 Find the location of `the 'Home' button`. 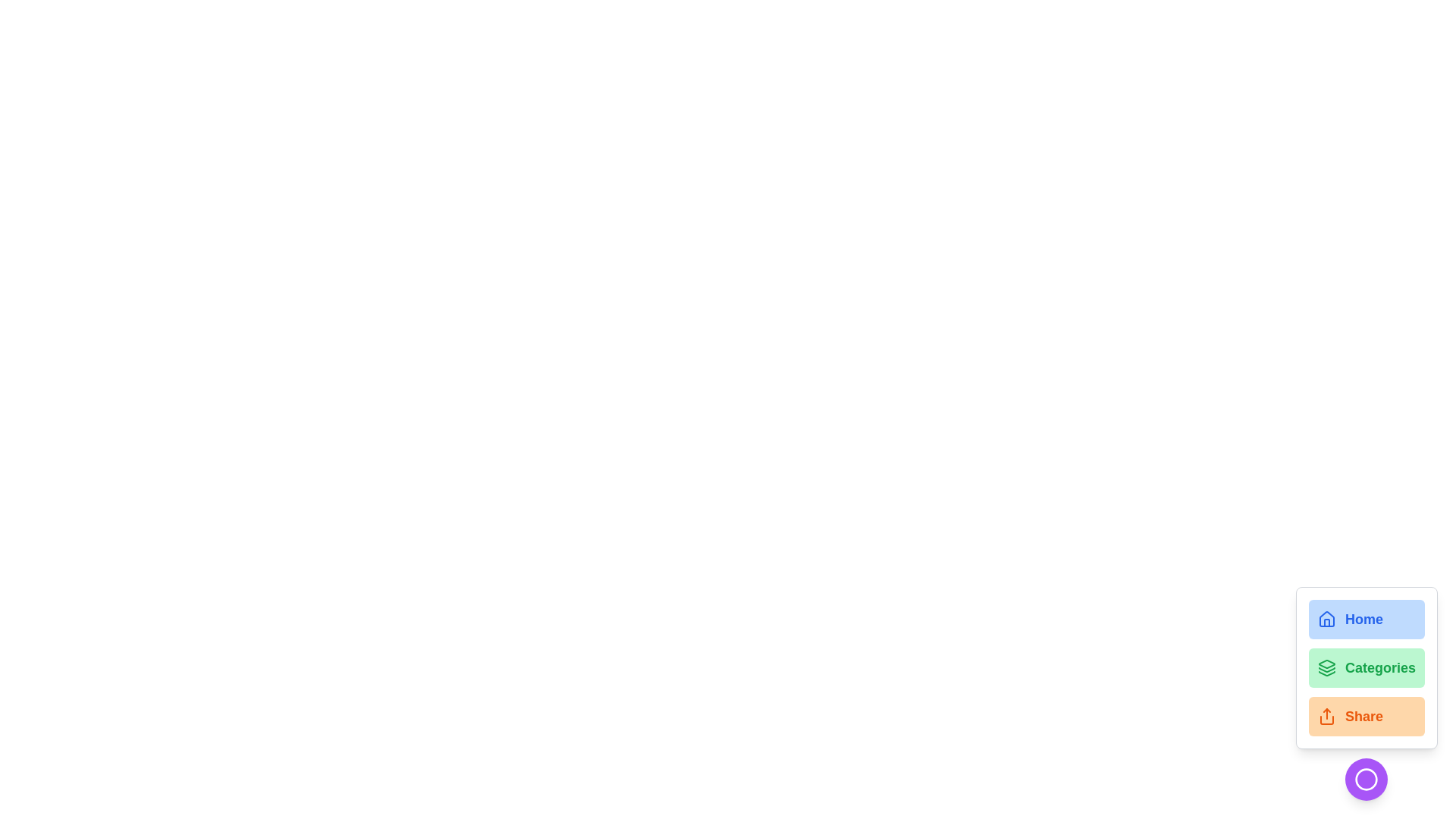

the 'Home' button is located at coordinates (1366, 620).